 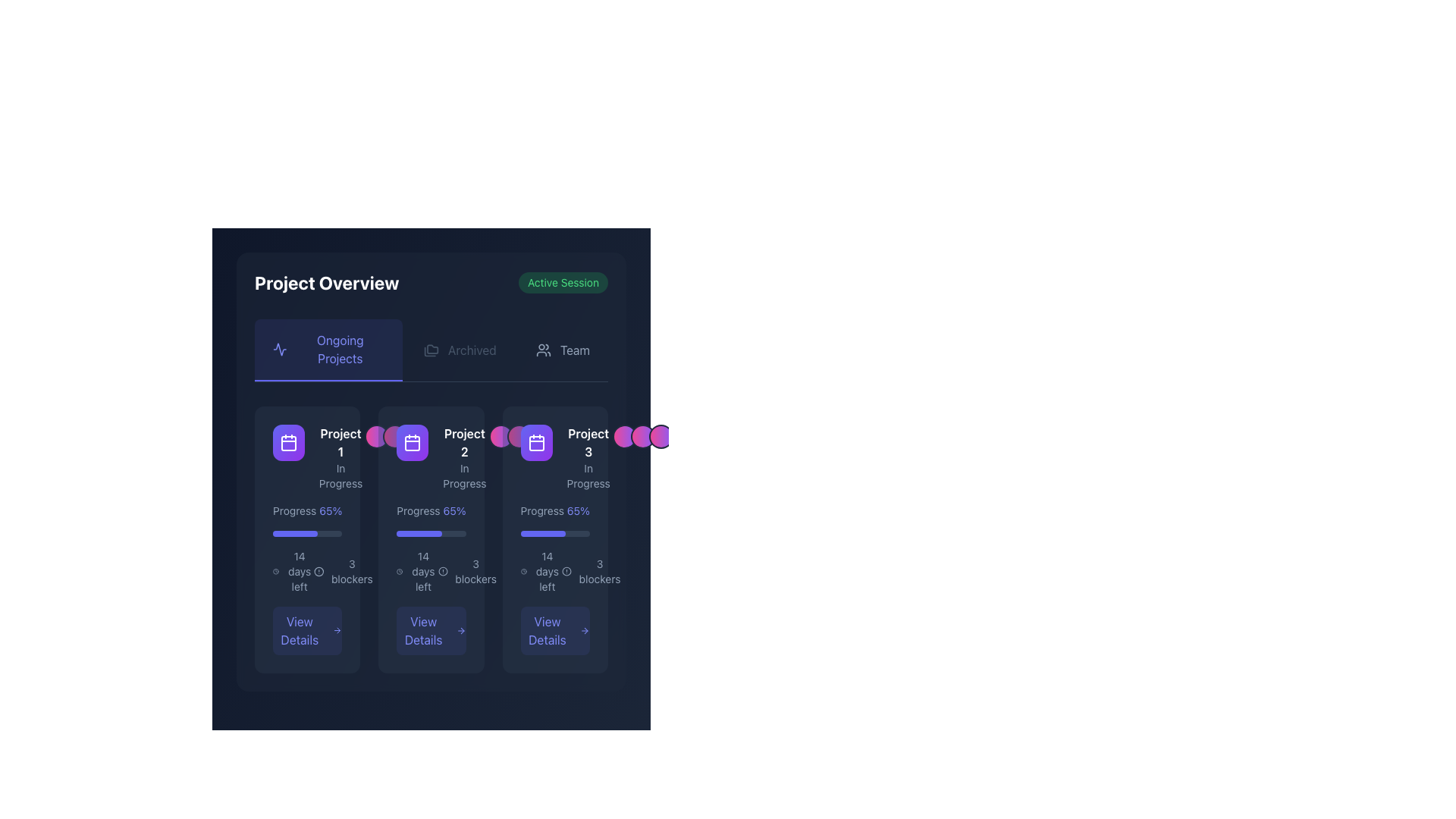 What do you see at coordinates (328, 350) in the screenshot?
I see `the first tab in the 'Project Overview' section` at bounding box center [328, 350].